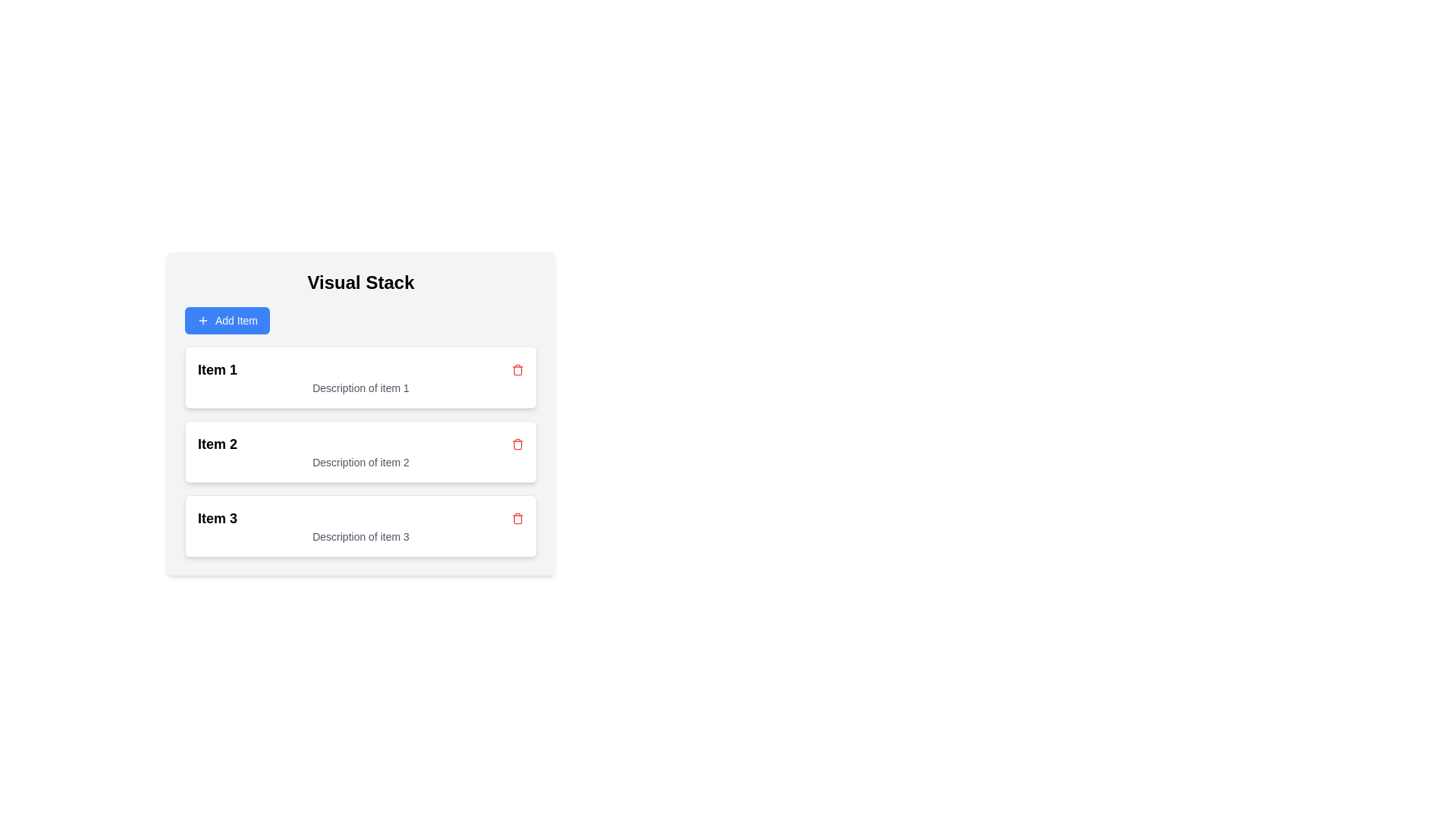 Image resolution: width=1456 pixels, height=819 pixels. Describe the element at coordinates (359, 376) in the screenshot. I see `the Information Card that contains the bold text 'Item 1' and the smaller gray text 'Description of item 1', which is the first card in a vertical stack located below the heading 'Visual Stack'` at that location.